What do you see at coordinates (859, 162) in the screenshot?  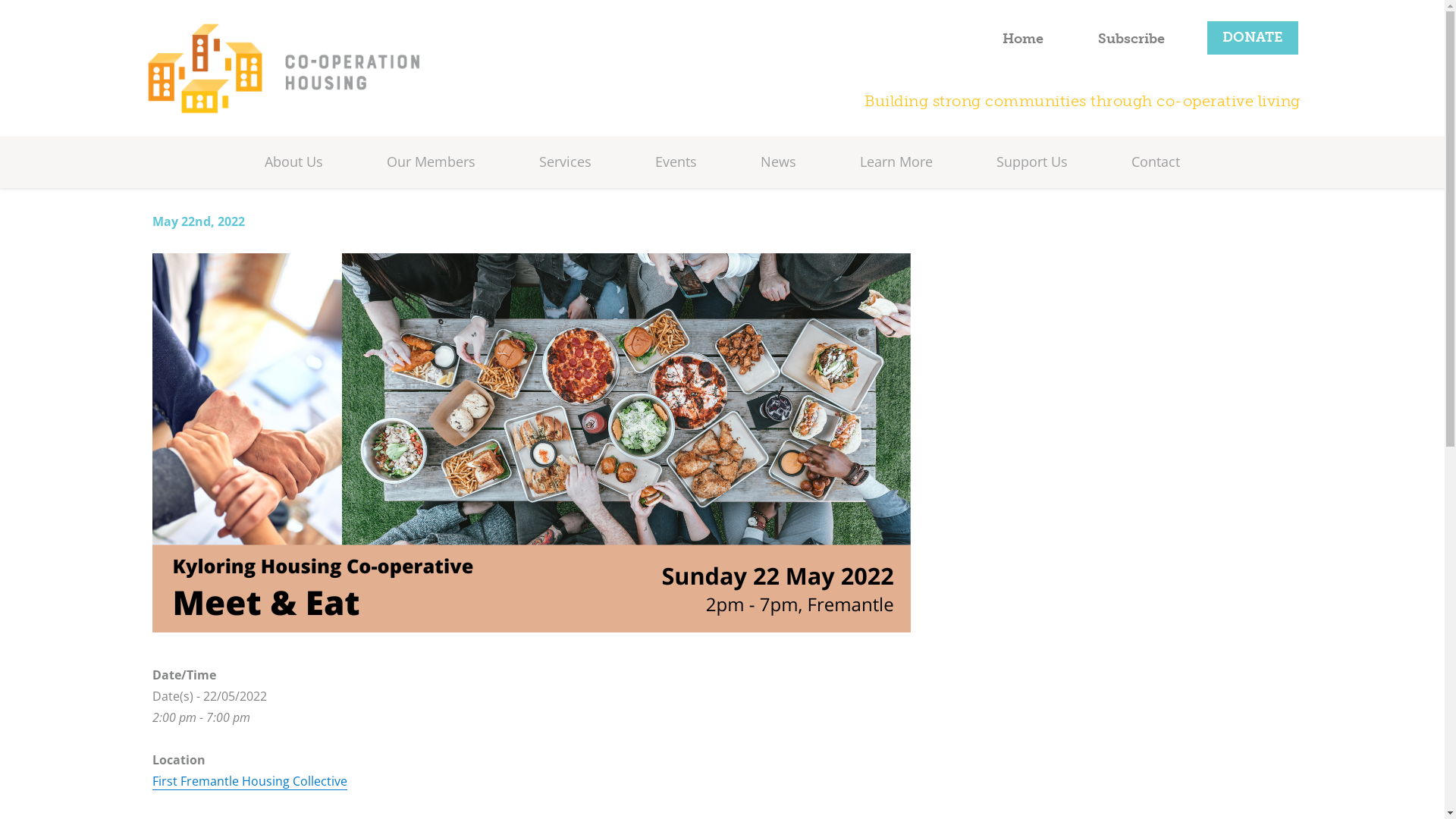 I see `'Learn More'` at bounding box center [859, 162].